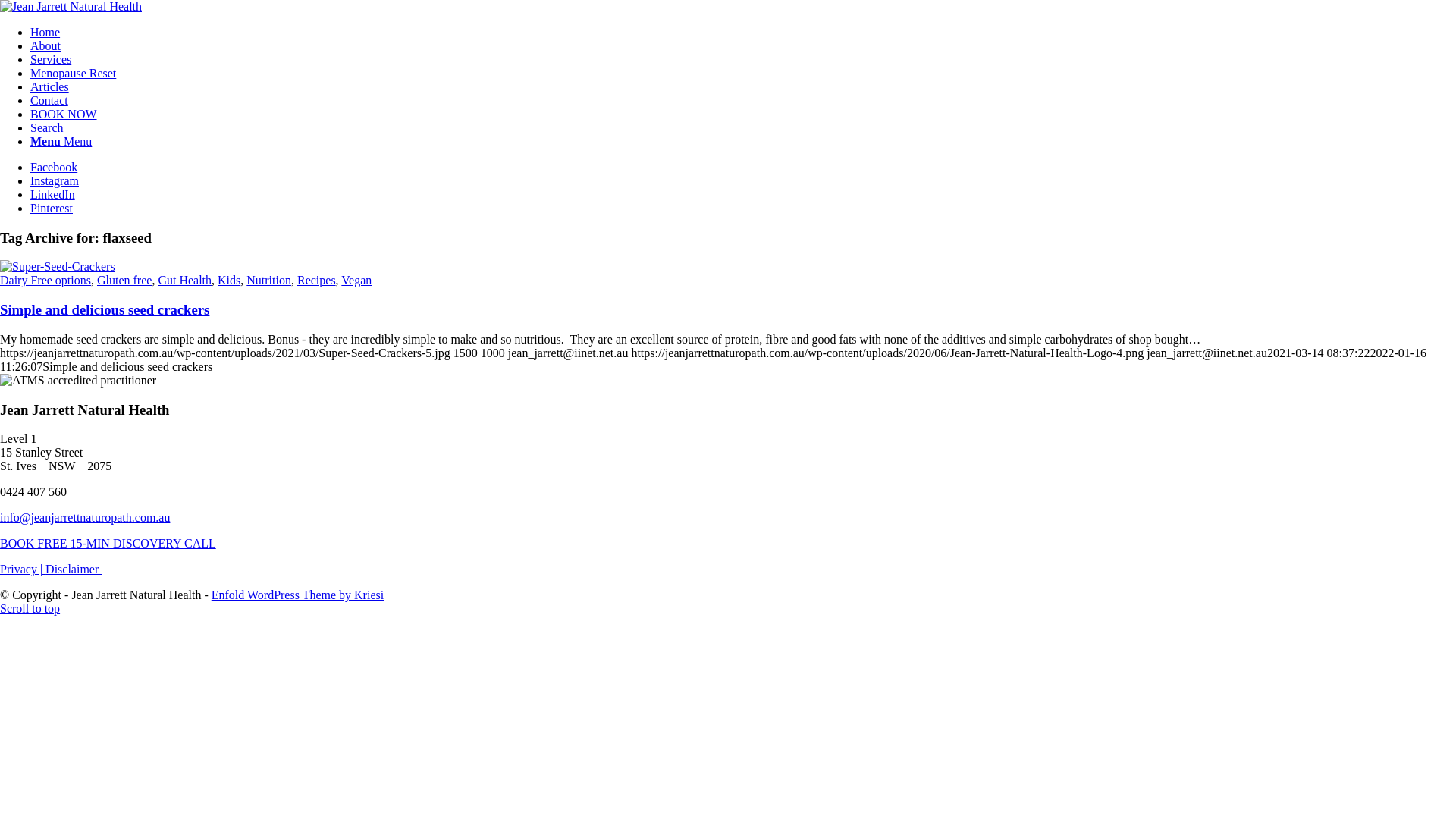  I want to click on 'Menopause Reset', so click(72, 73).